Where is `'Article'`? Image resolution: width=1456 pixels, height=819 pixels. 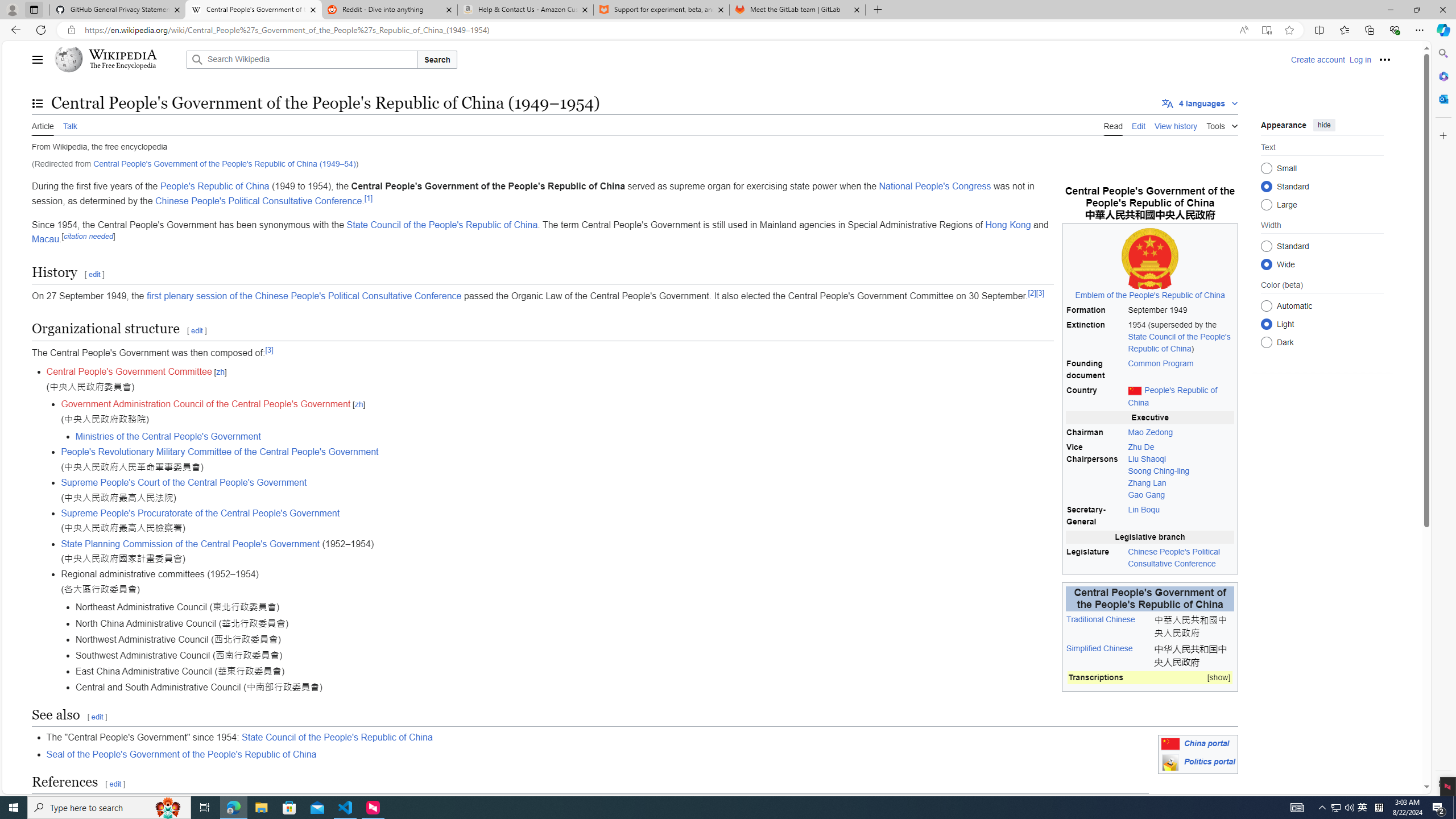 'Article' is located at coordinates (42, 124).